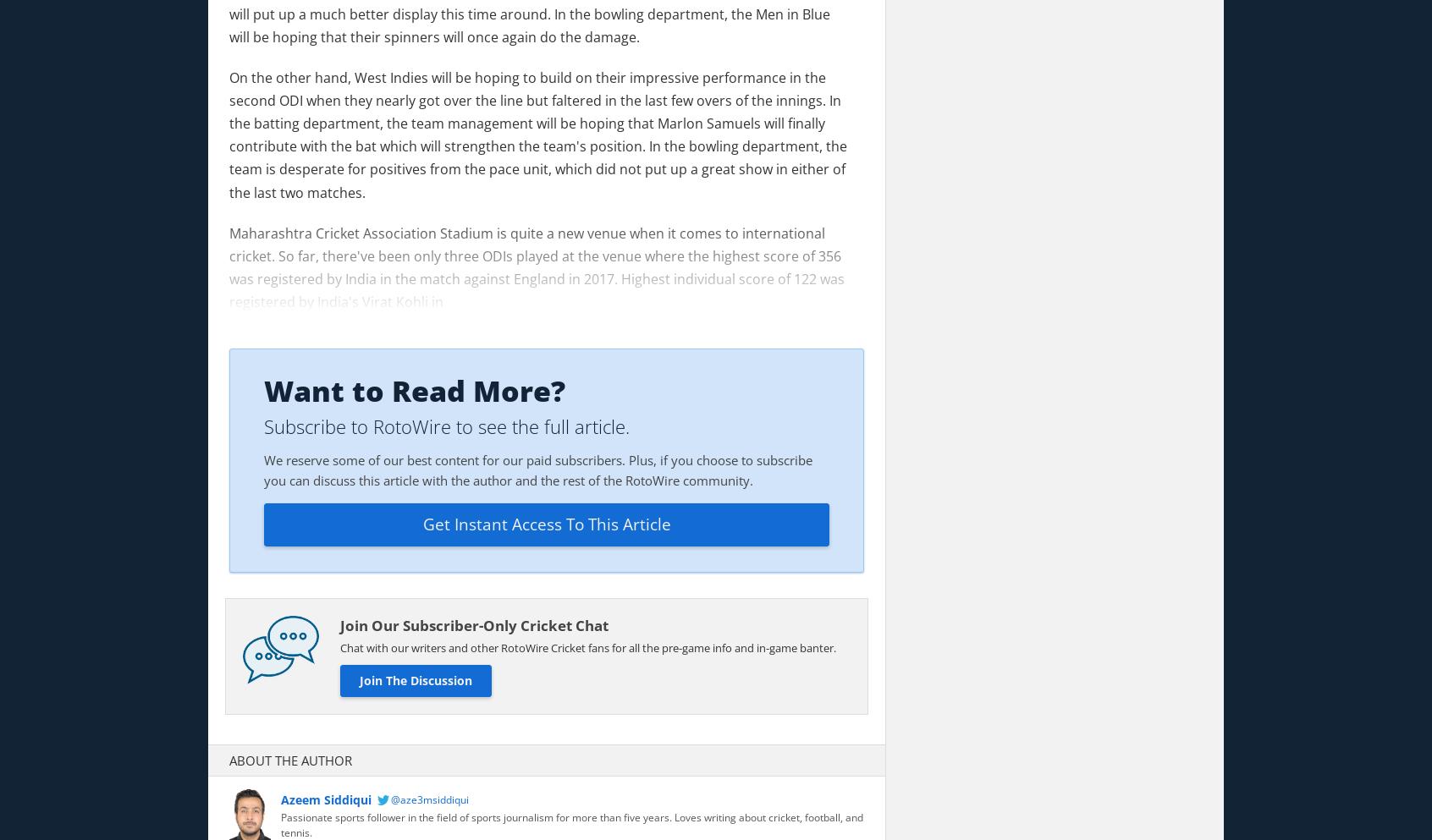 This screenshot has height=840, width=1432. Describe the element at coordinates (546, 524) in the screenshot. I see `'Get Instant Access To This Article'` at that location.